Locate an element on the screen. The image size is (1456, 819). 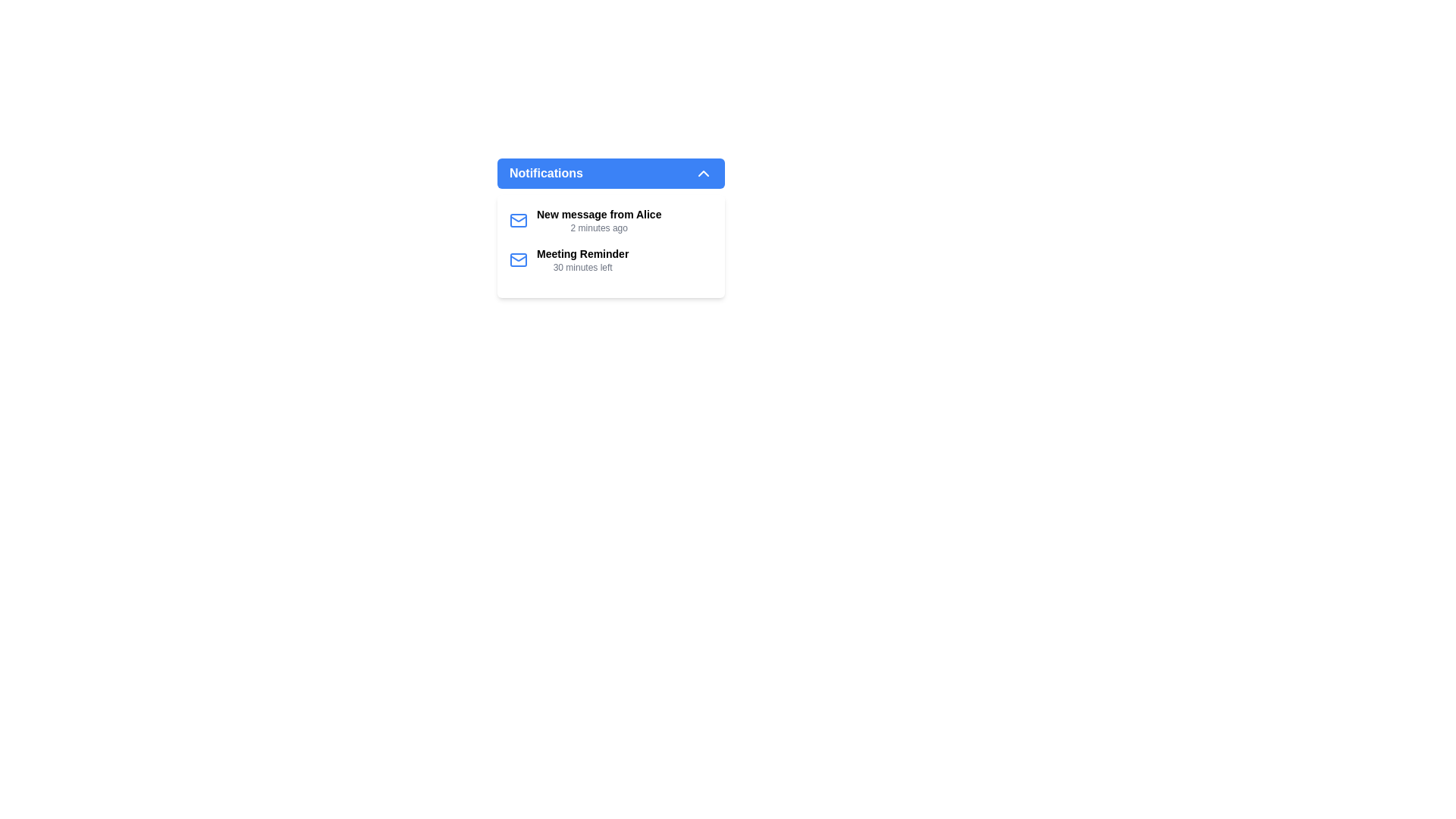
the timestamp text label stating '2 minutes ago', which is positioned below the notification 'New message from Alice' in the notifications dropdown is located at coordinates (598, 227).